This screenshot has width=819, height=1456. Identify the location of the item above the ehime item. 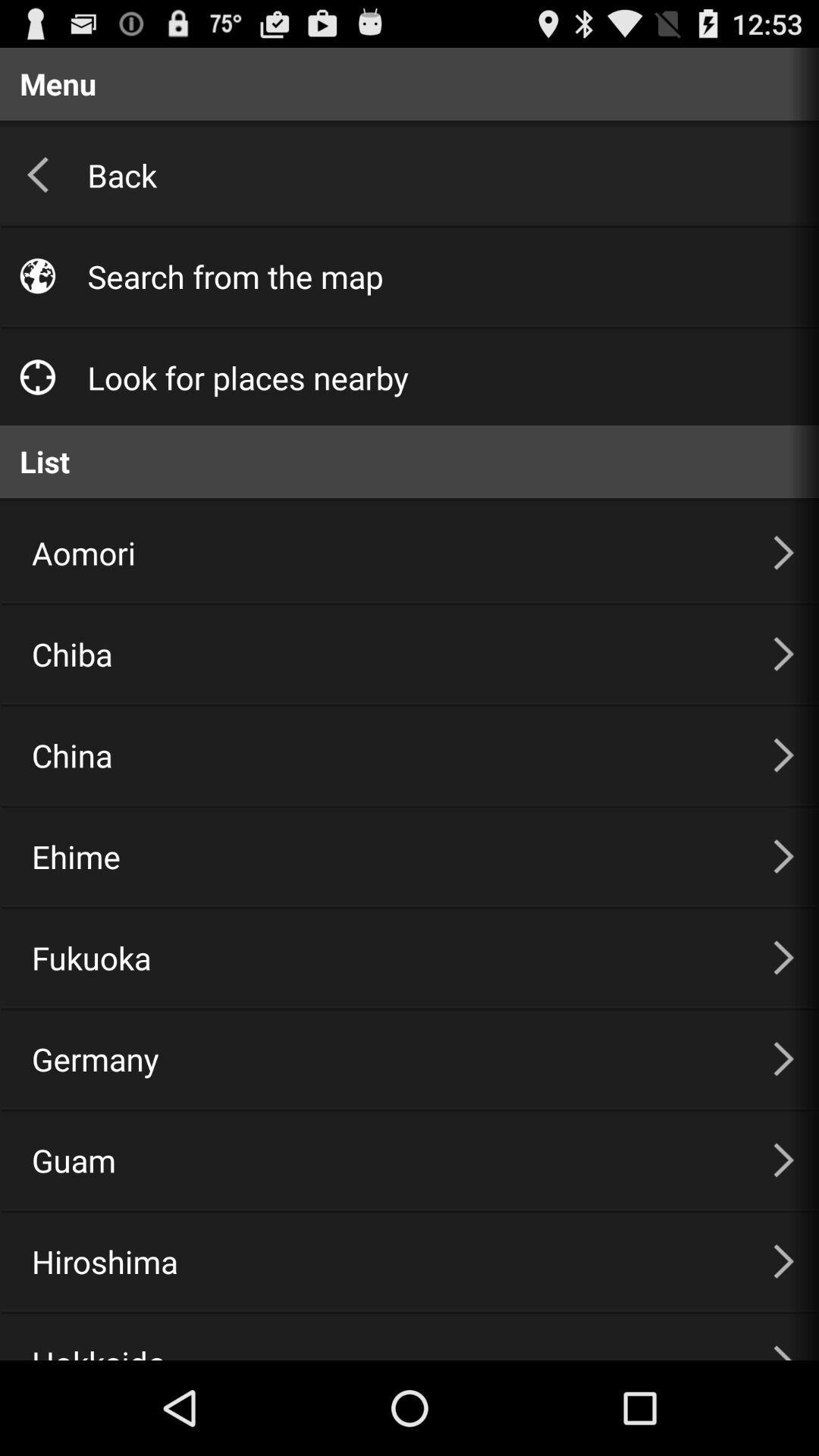
(383, 755).